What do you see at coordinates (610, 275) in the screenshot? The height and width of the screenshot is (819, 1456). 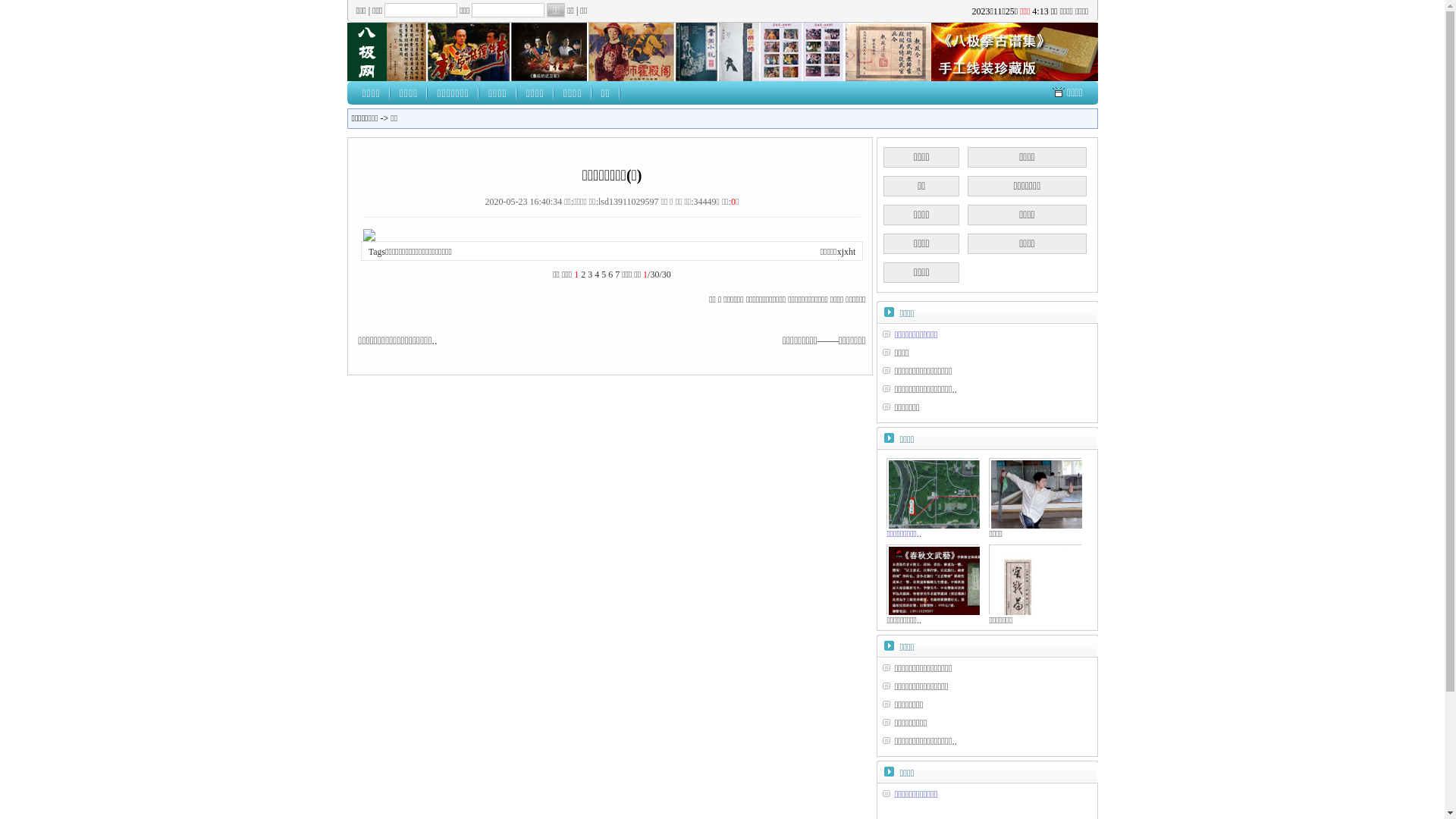 I see `'6'` at bounding box center [610, 275].